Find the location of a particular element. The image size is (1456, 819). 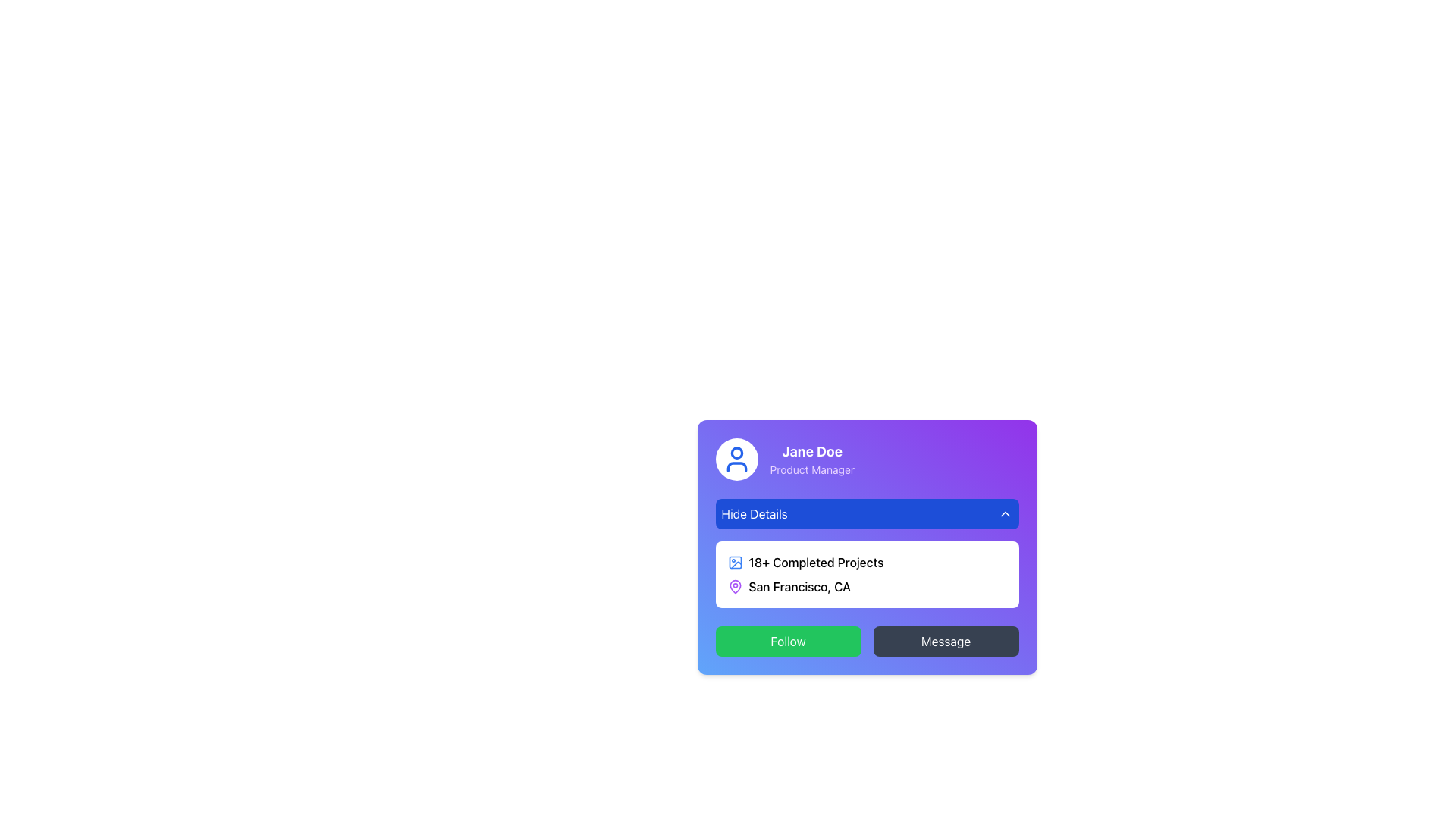

the rectangular button labeled 'Message' with a dark gray background is located at coordinates (945, 641).